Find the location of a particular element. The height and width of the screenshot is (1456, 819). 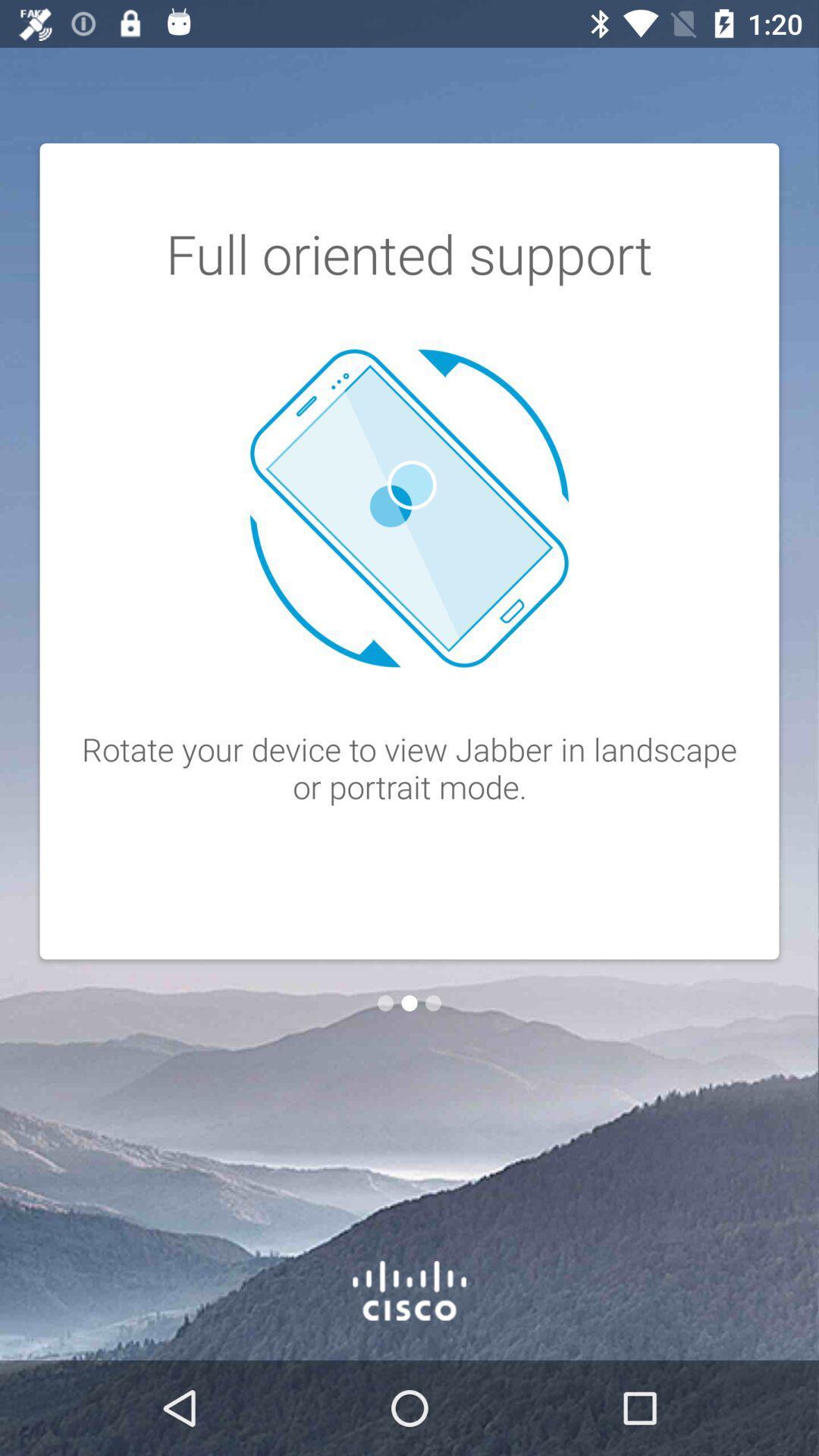

the item below rotate your device is located at coordinates (384, 1003).